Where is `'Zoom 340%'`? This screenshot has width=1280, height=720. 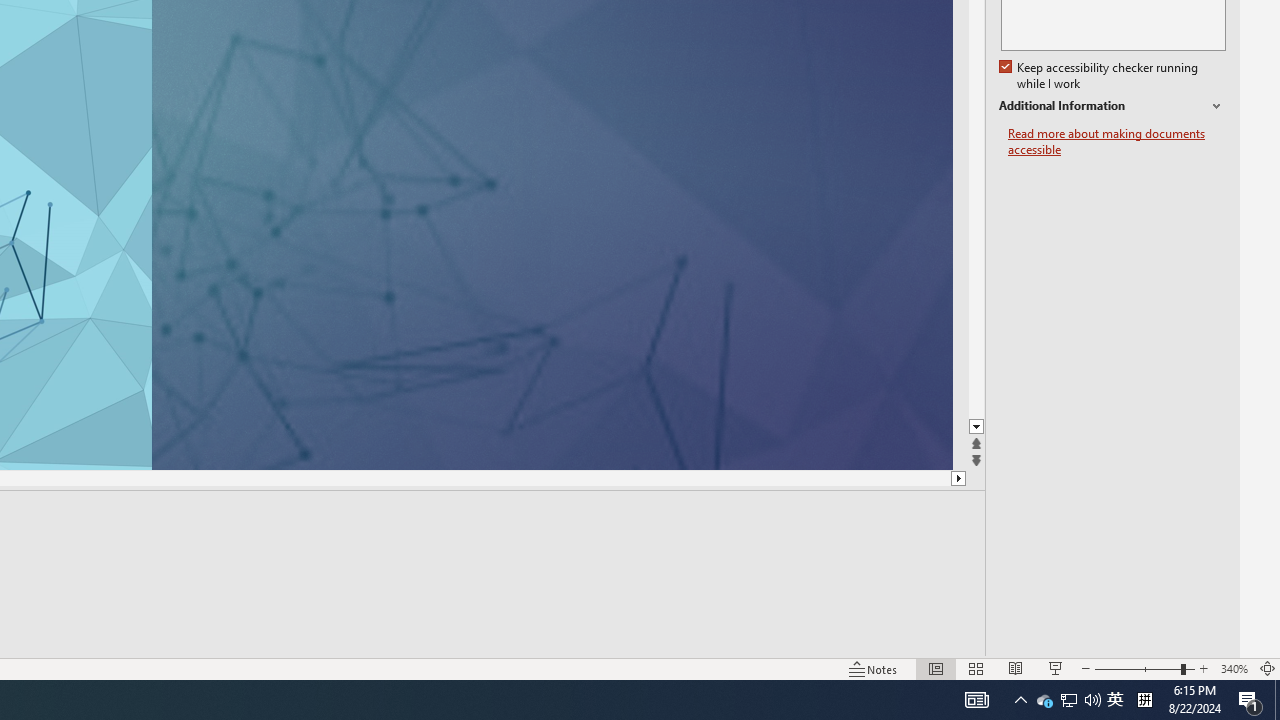 'Zoom 340%' is located at coordinates (1233, 669).